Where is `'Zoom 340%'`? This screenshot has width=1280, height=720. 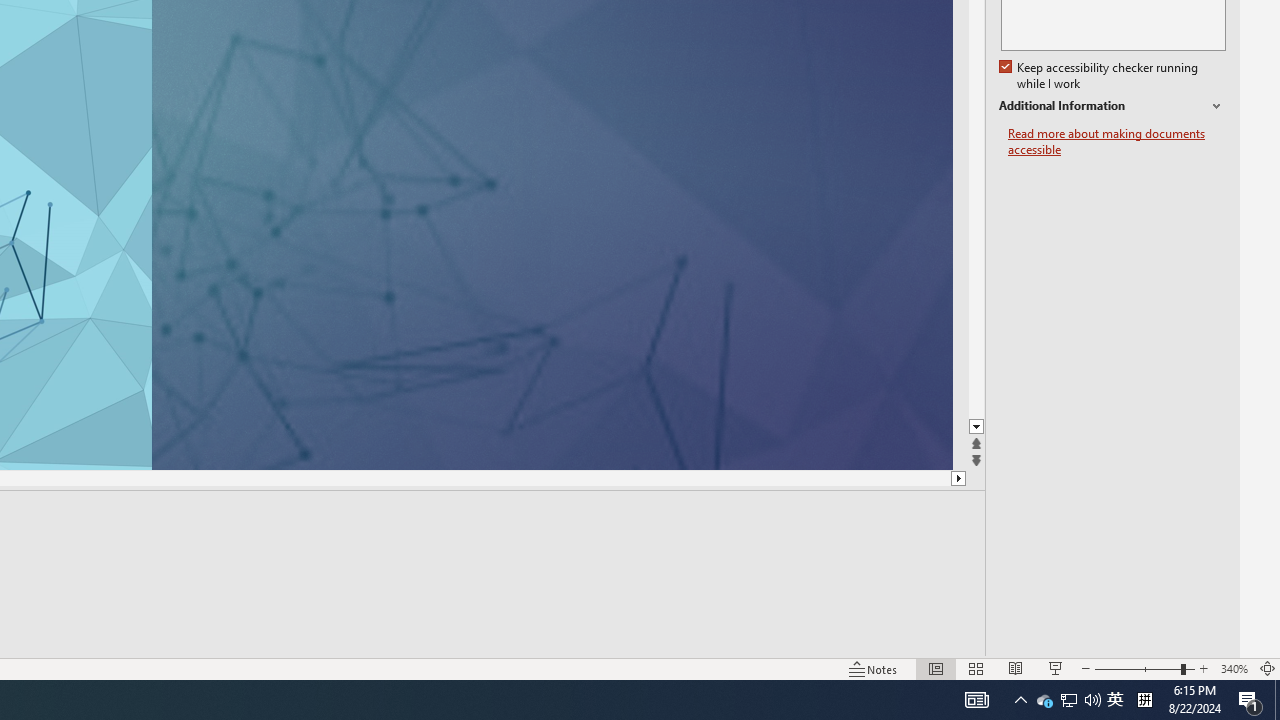 'Zoom 340%' is located at coordinates (1233, 669).